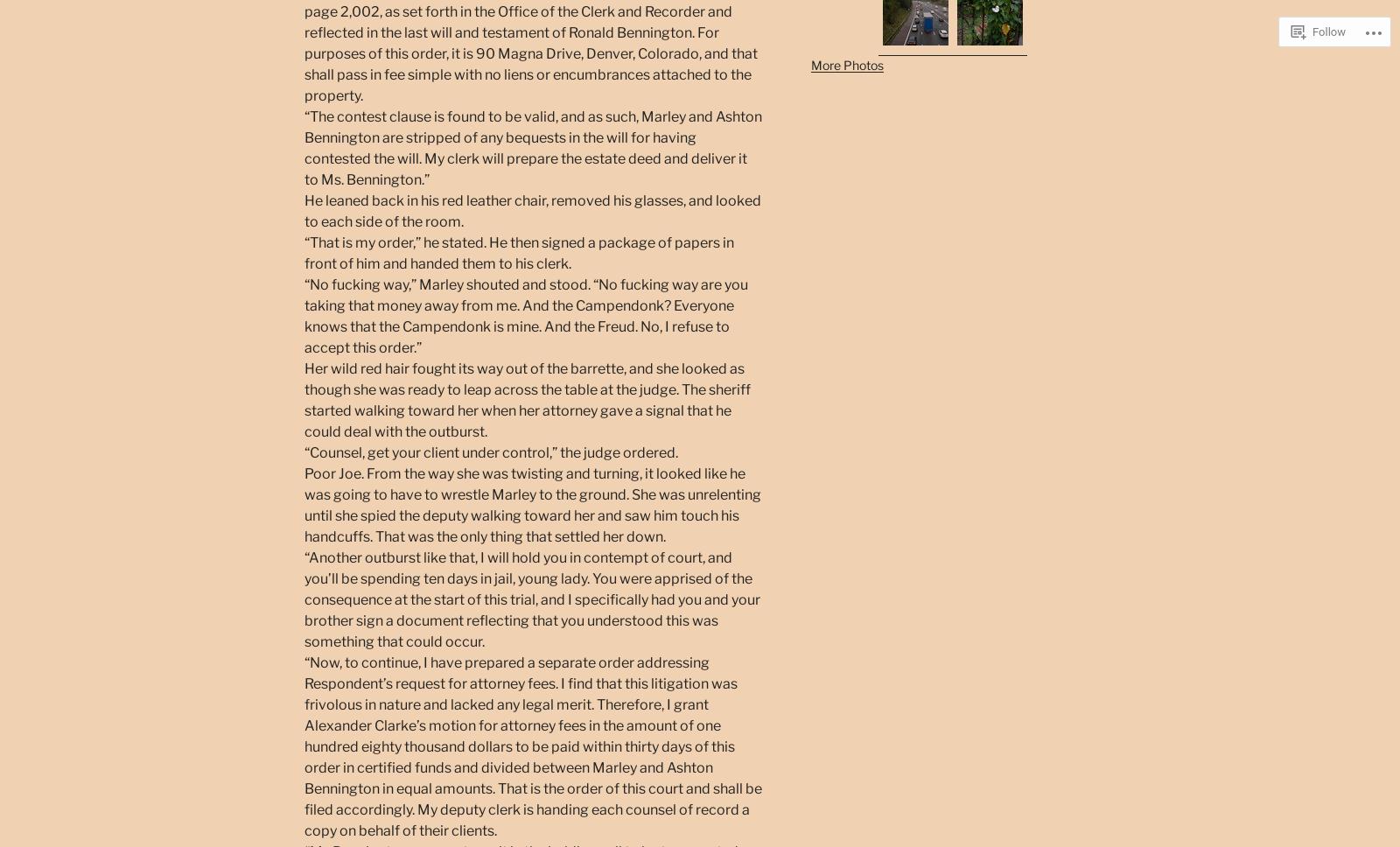 The image size is (1400, 847). I want to click on '“No fucking way,” Marley shouted and stood. “No fucking way are you taking that money away from me. And the Campendonk? Everyone knows that the Campendonk is mine. And the Freud. No, I refuse to accept this order.”', so click(526, 315).